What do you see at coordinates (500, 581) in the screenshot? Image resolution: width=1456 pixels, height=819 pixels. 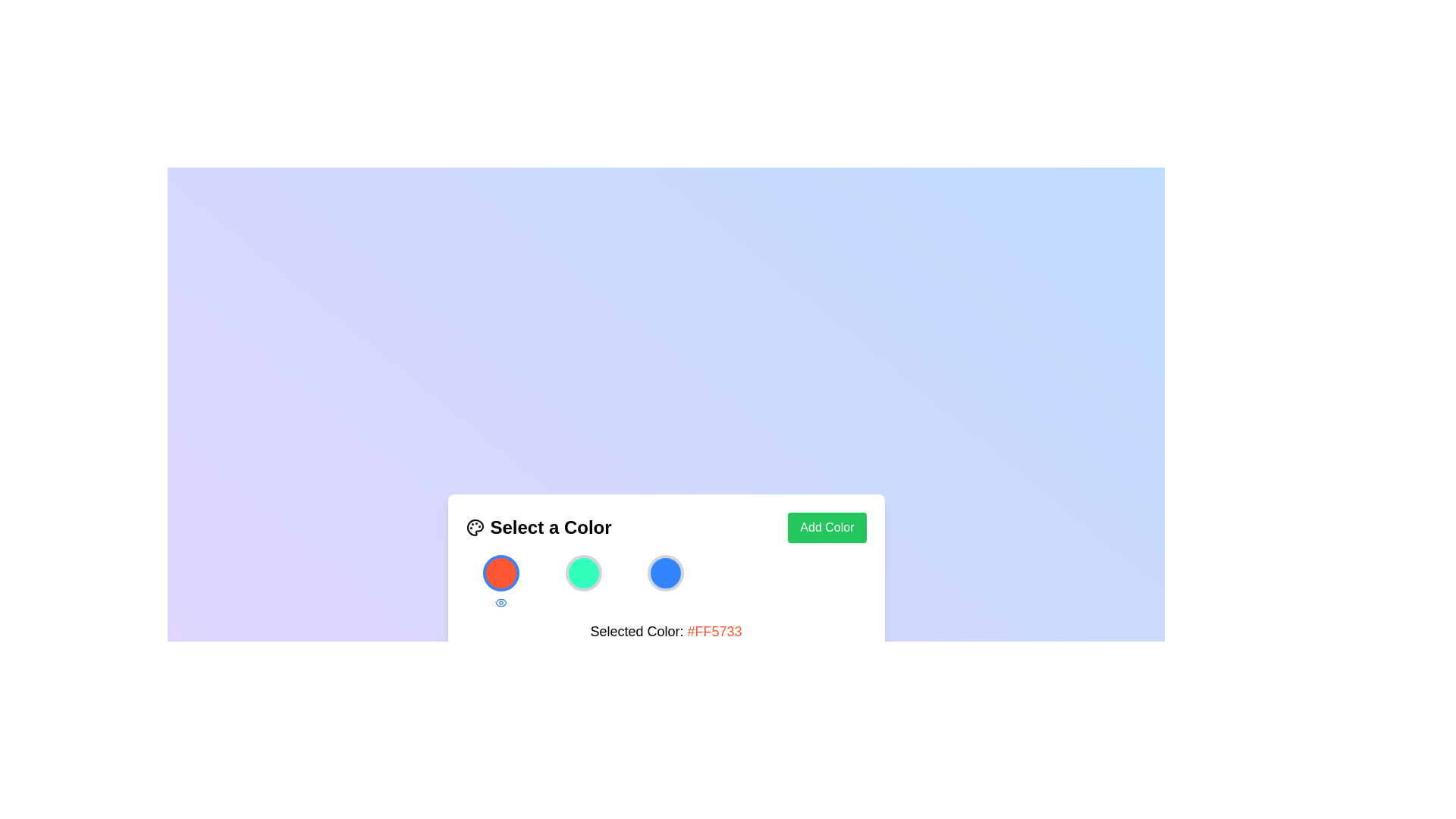 I see `the first selectable color option button representing the orange color` at bounding box center [500, 581].